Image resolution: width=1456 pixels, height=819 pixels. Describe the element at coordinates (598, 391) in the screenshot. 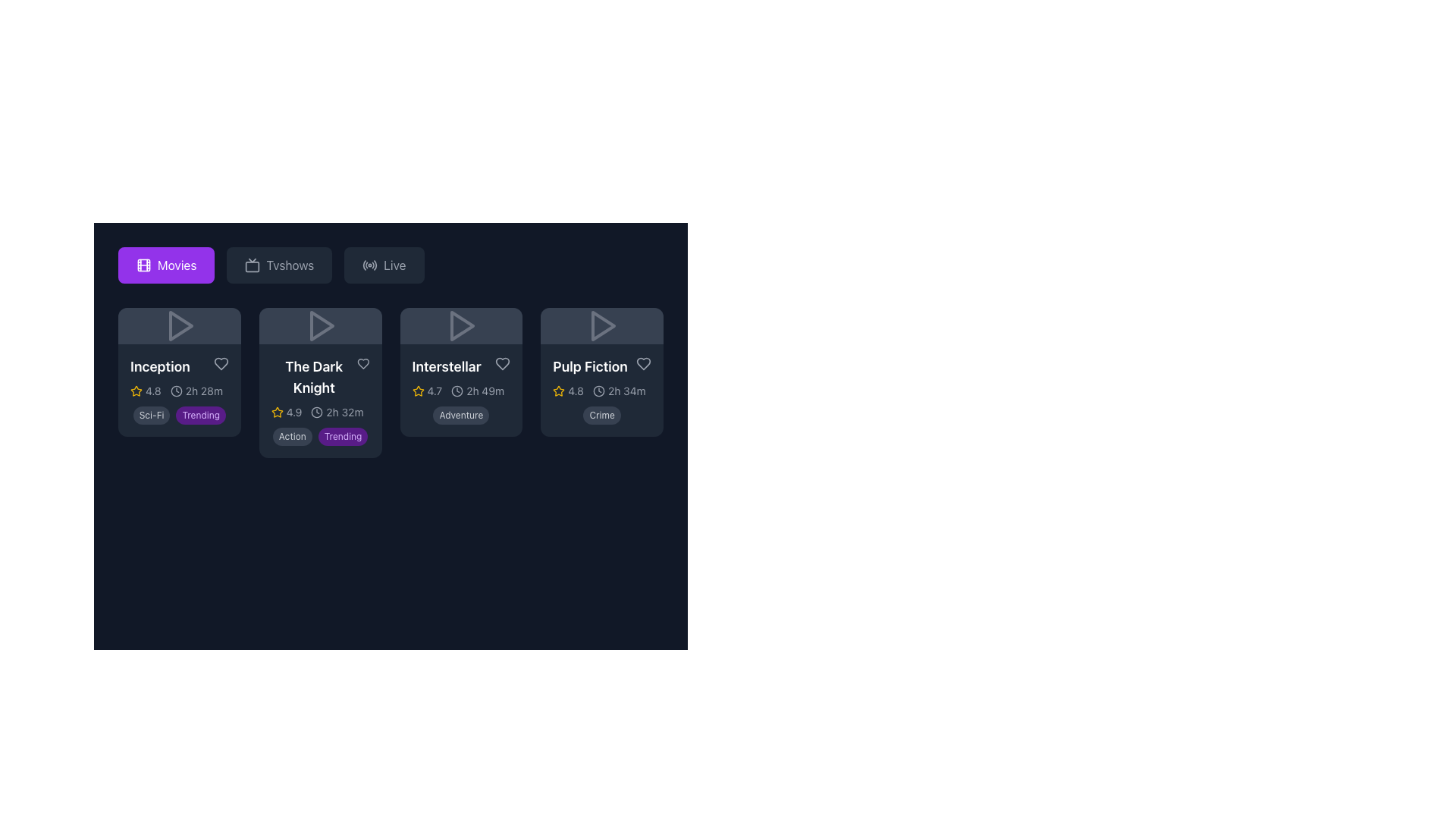

I see `the outer circular component of the clock icon within the metadata section of the 'Pulp Fiction' card` at that location.